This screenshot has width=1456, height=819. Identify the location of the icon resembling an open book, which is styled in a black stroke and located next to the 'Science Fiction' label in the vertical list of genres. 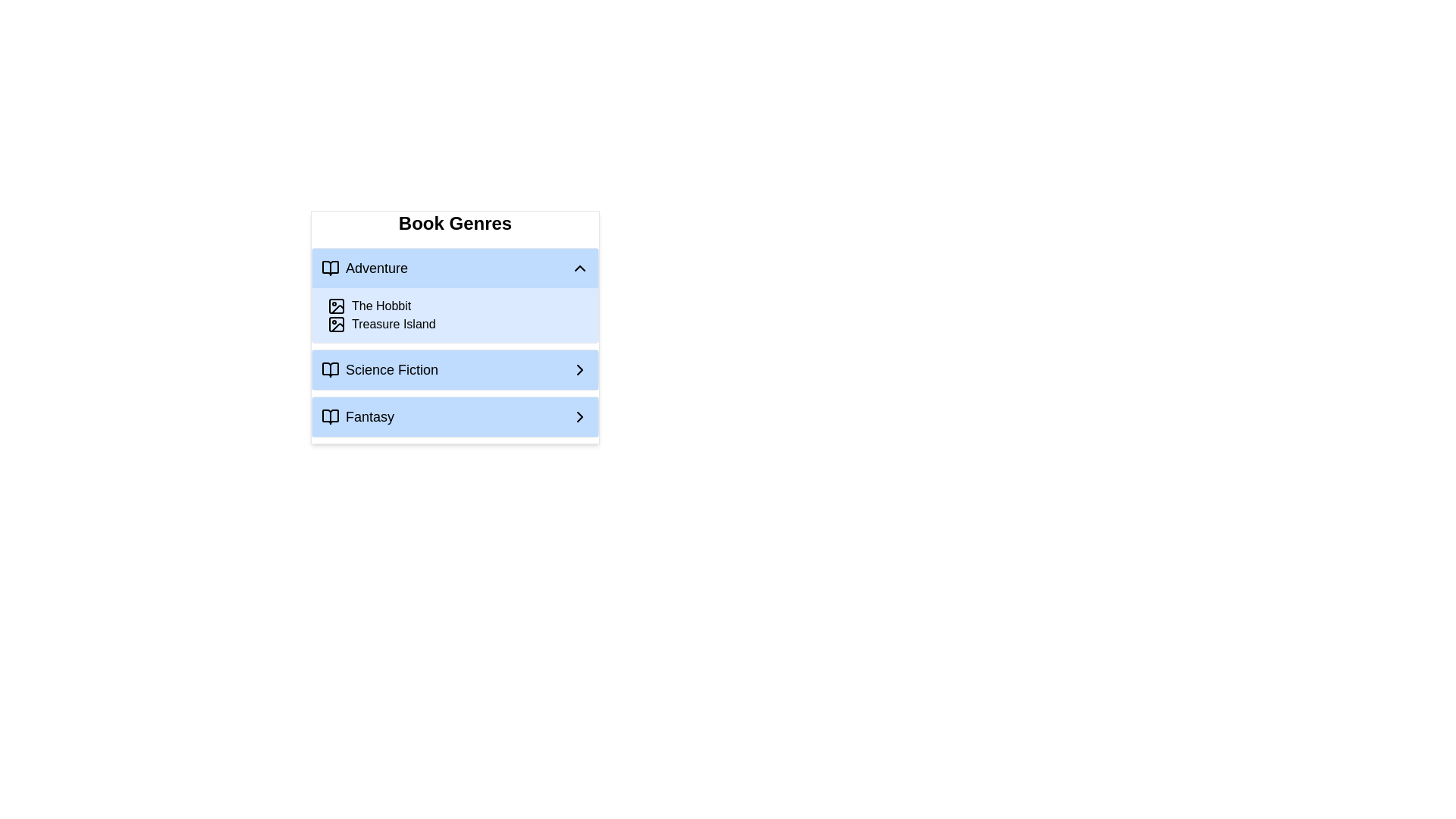
(330, 370).